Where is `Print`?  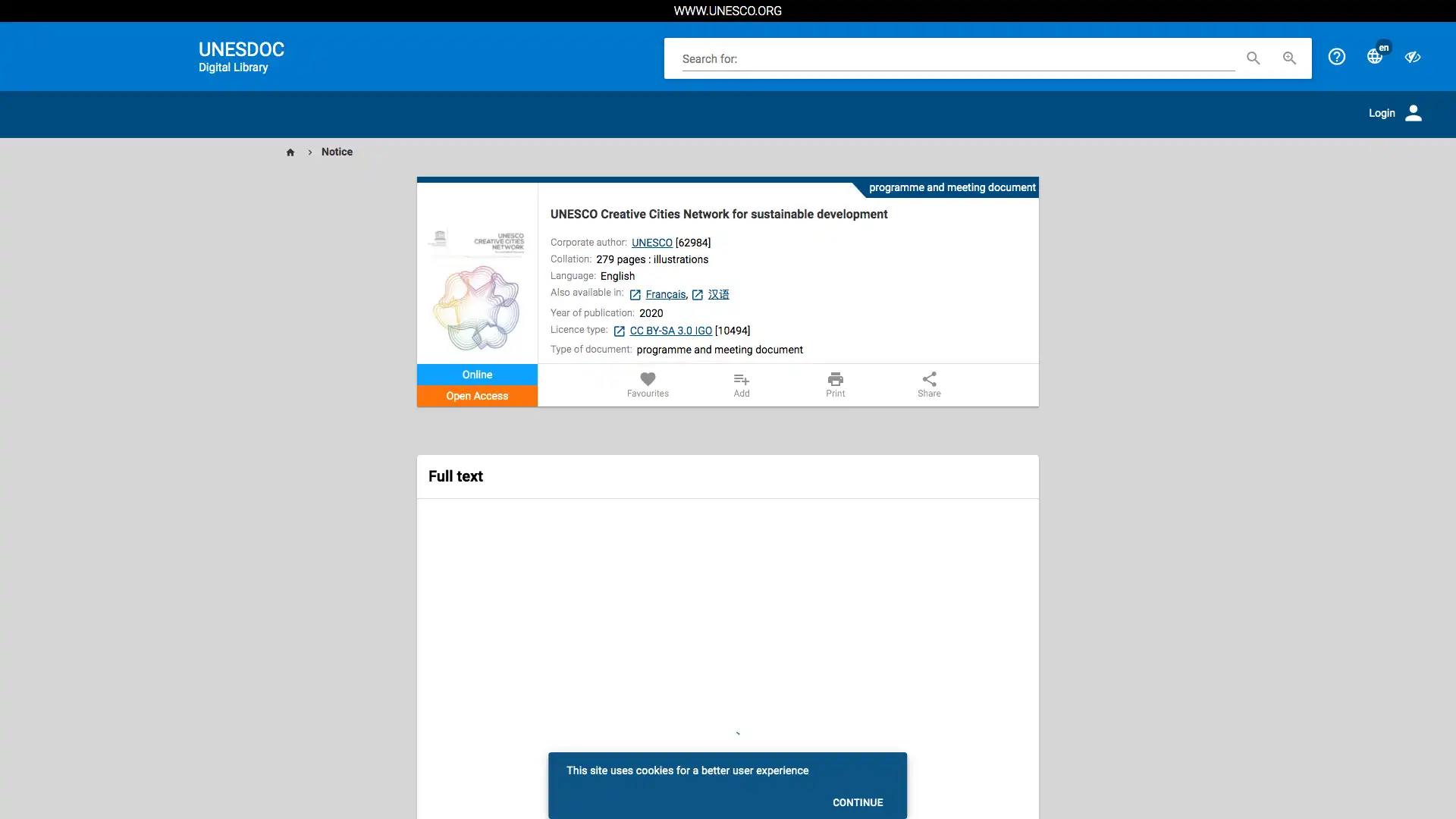
Print is located at coordinates (834, 384).